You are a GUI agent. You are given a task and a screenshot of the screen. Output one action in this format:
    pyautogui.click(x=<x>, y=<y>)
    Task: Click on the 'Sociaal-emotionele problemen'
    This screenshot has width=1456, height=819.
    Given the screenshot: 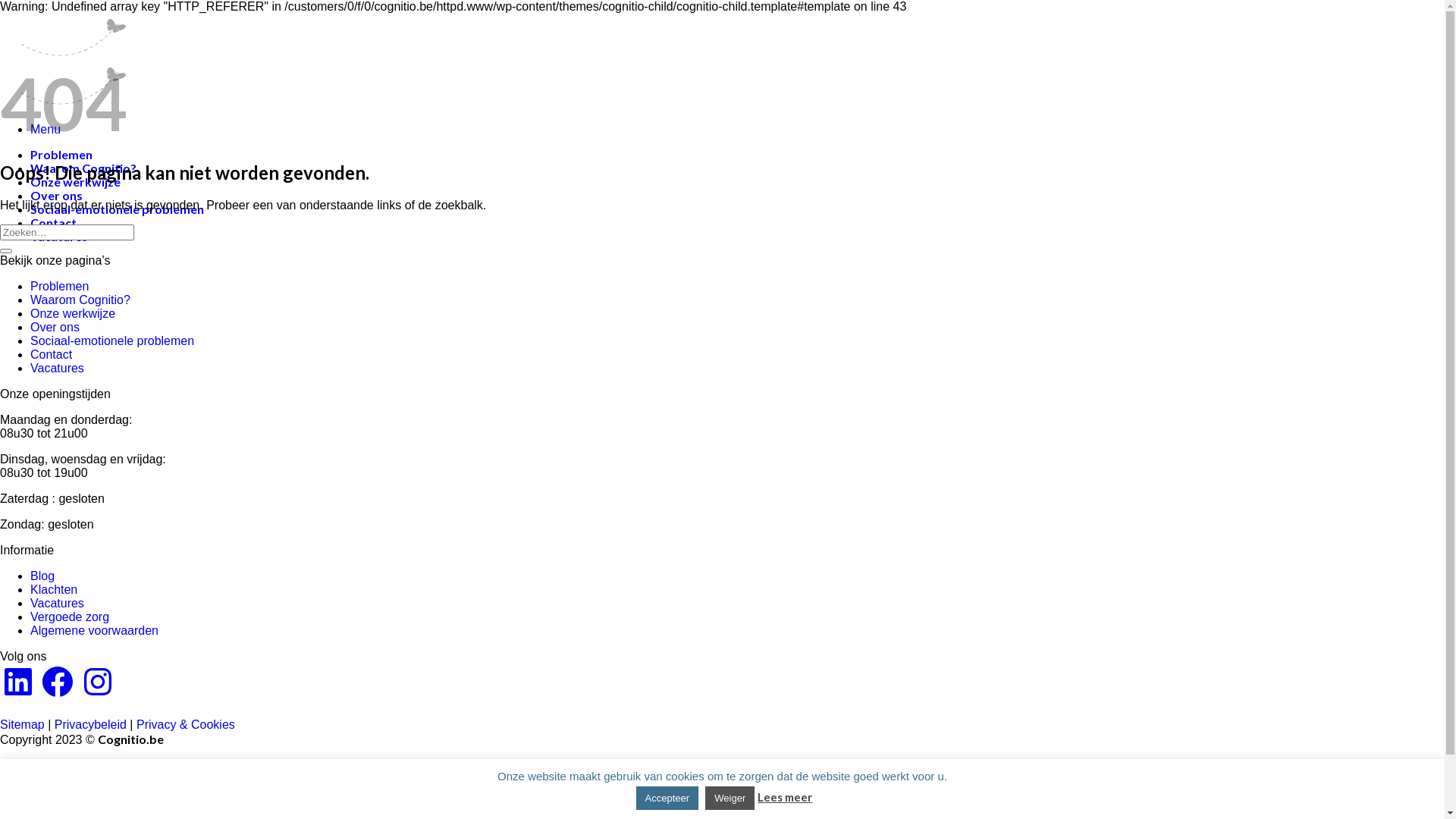 What is the action you would take?
    pyautogui.click(x=111, y=340)
    